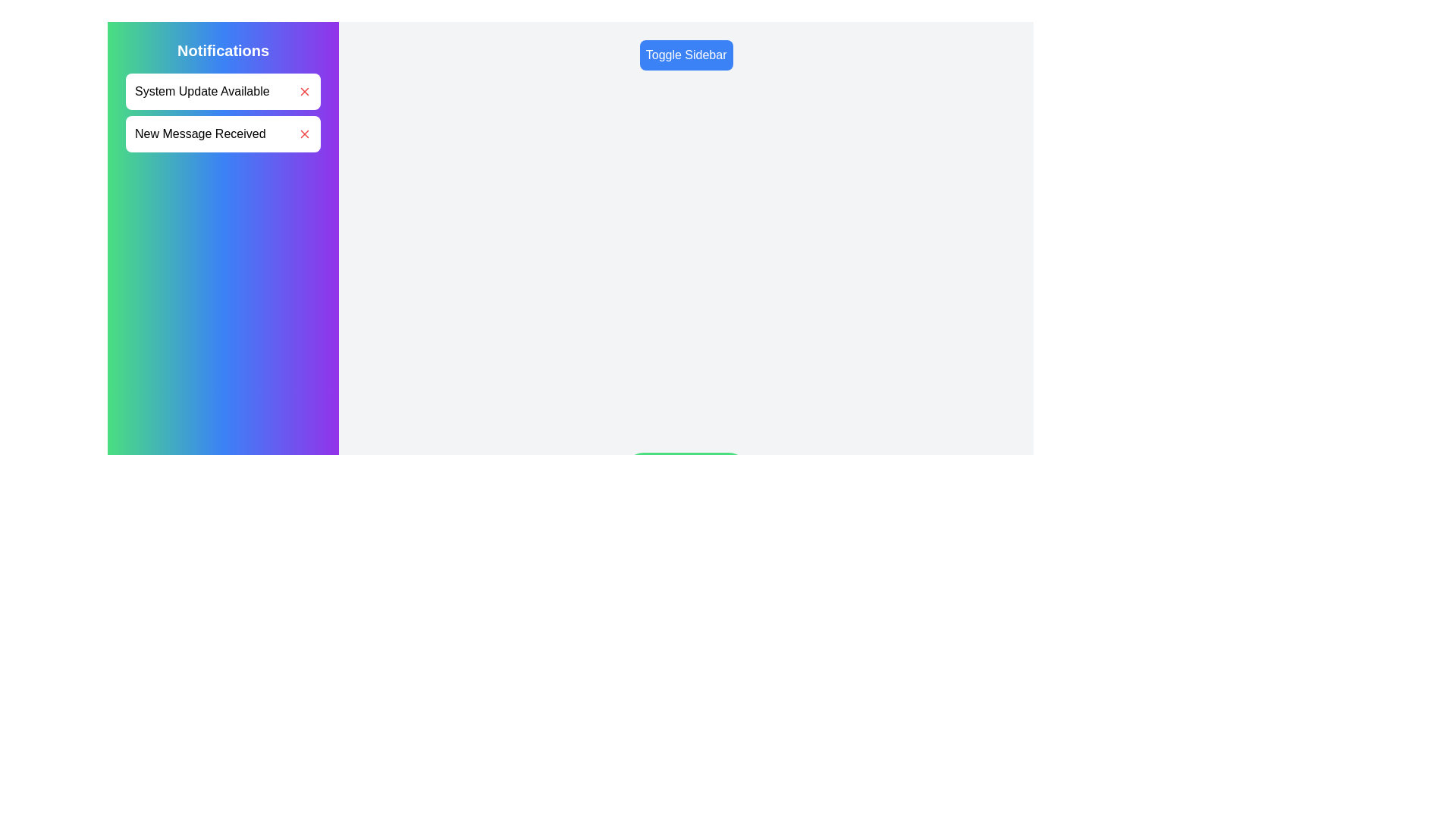 The width and height of the screenshot is (1456, 819). What do you see at coordinates (222, 49) in the screenshot?
I see `the Header or Title Text that indicates the section's purpose for displaying notifications in the sidebar` at bounding box center [222, 49].